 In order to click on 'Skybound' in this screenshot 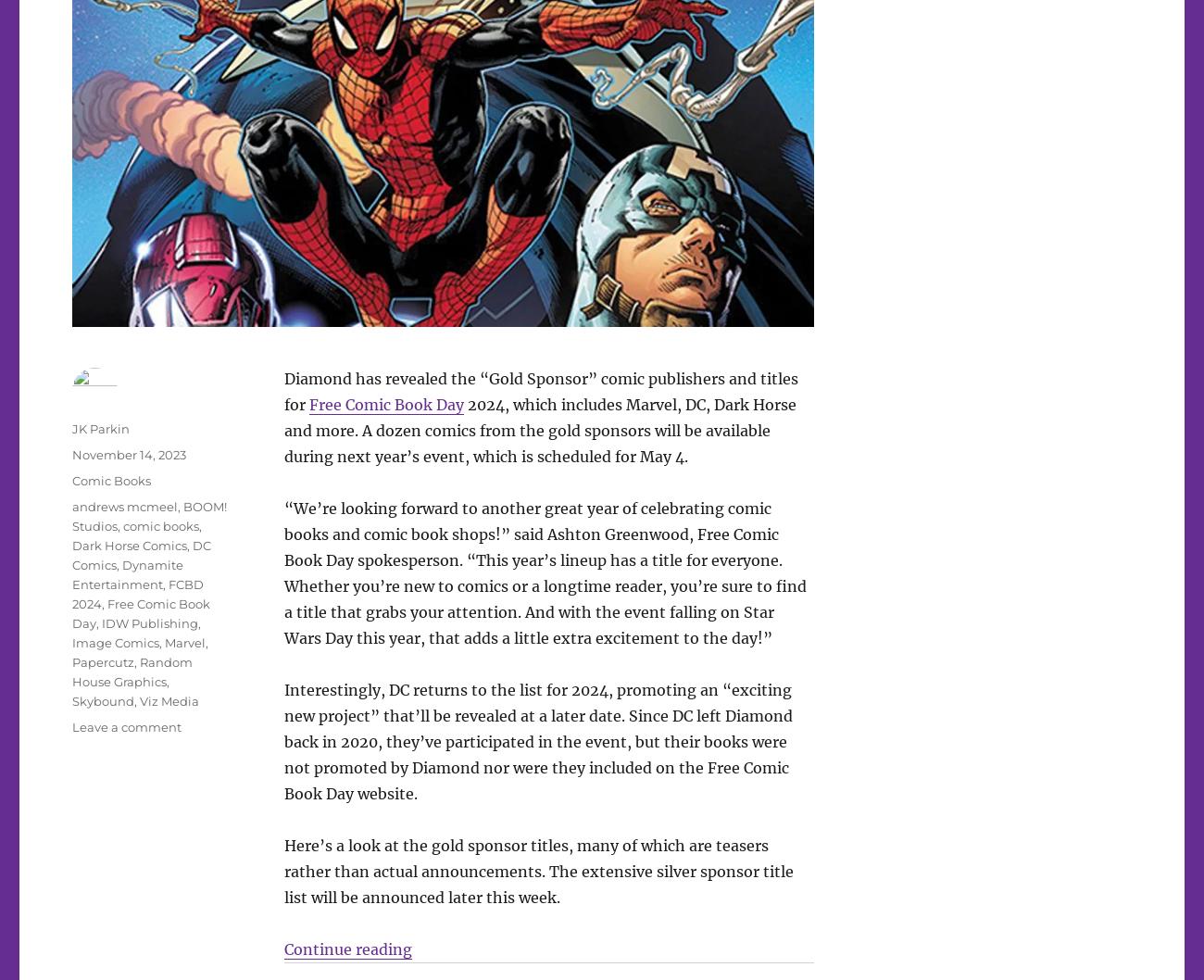, I will do `click(102, 700)`.